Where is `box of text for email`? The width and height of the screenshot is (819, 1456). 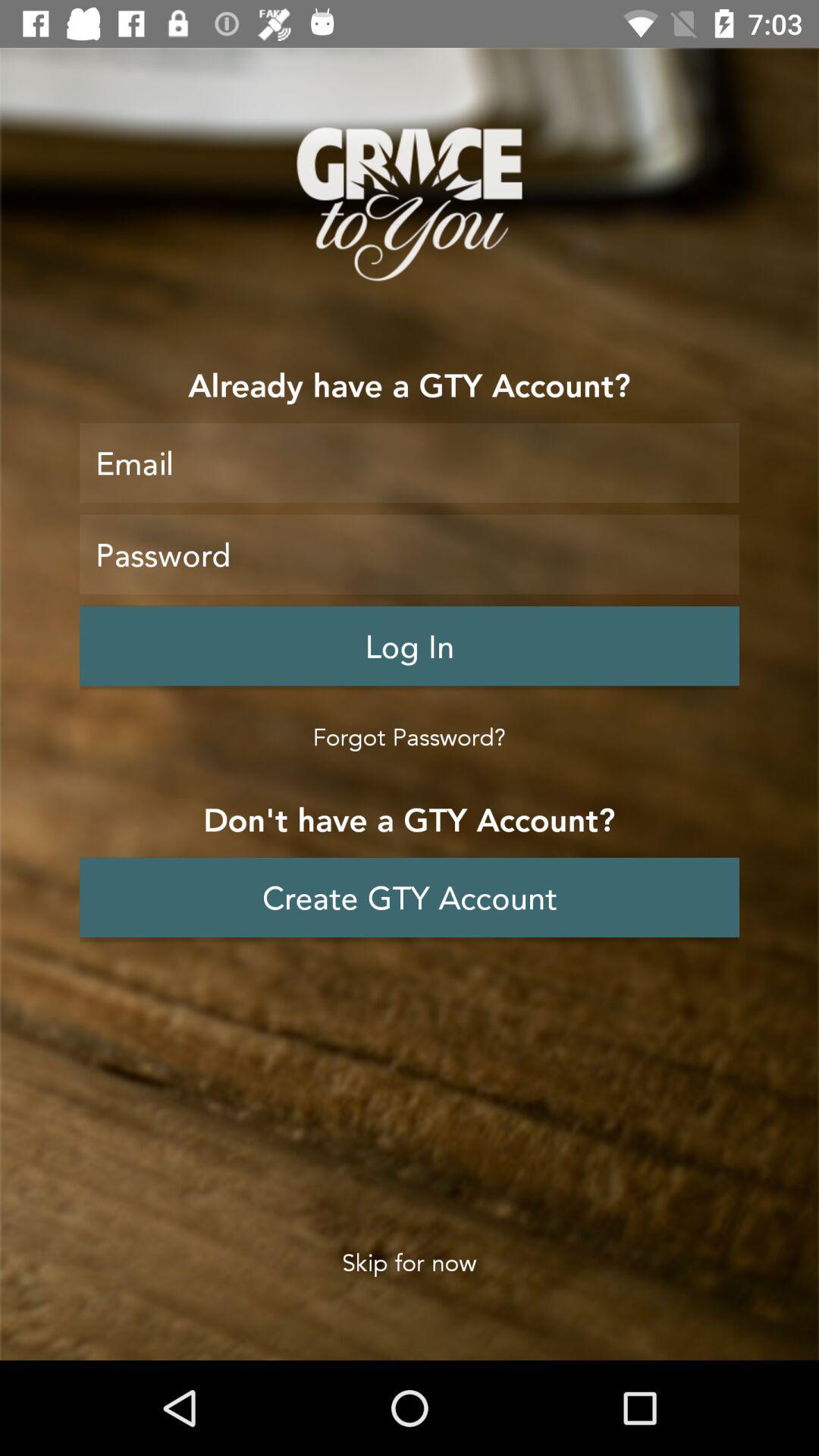 box of text for email is located at coordinates (409, 462).